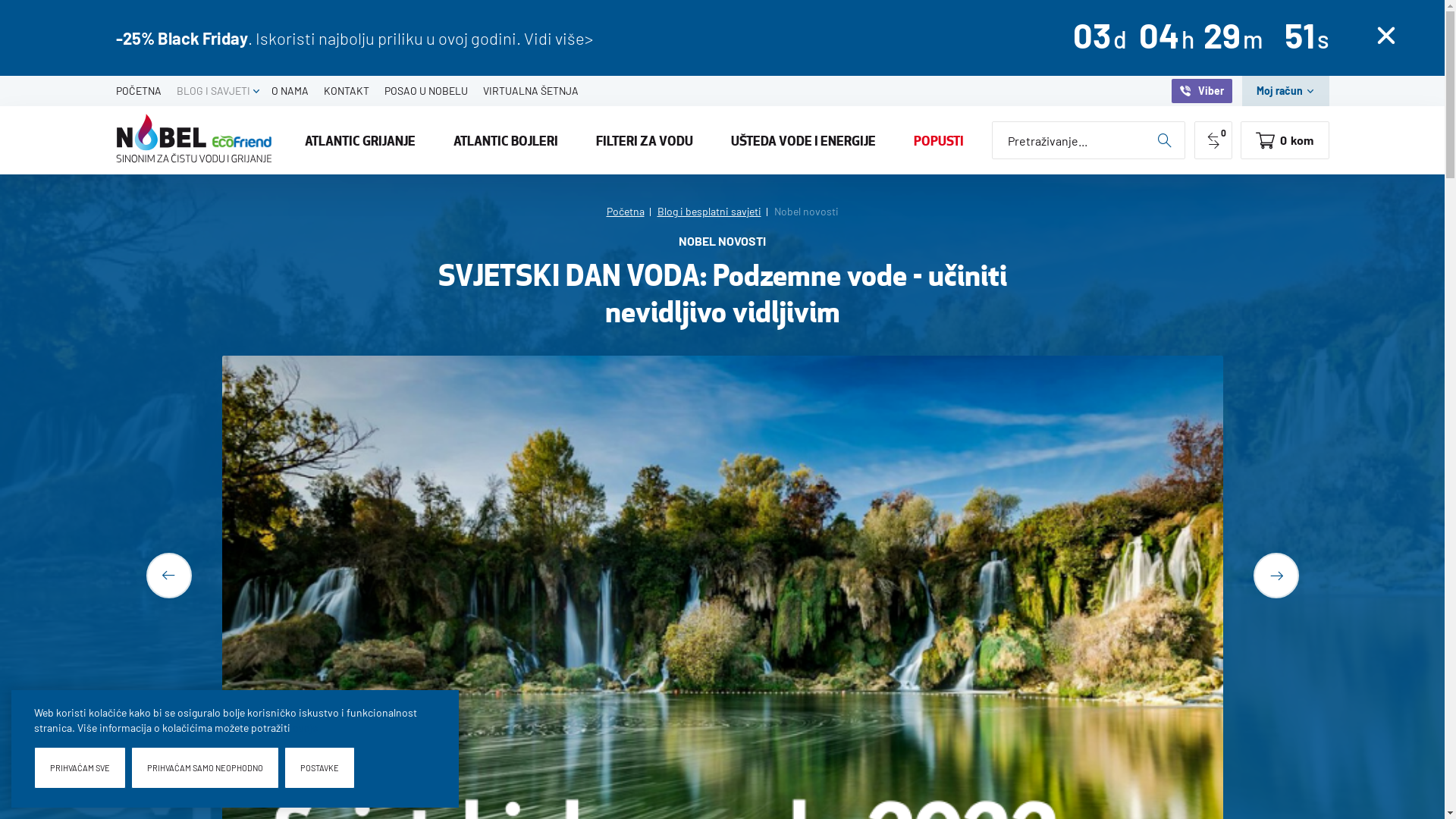 The width and height of the screenshot is (1456, 819). What do you see at coordinates (506, 140) in the screenshot?
I see `'ATLANTIC BOJLERI'` at bounding box center [506, 140].